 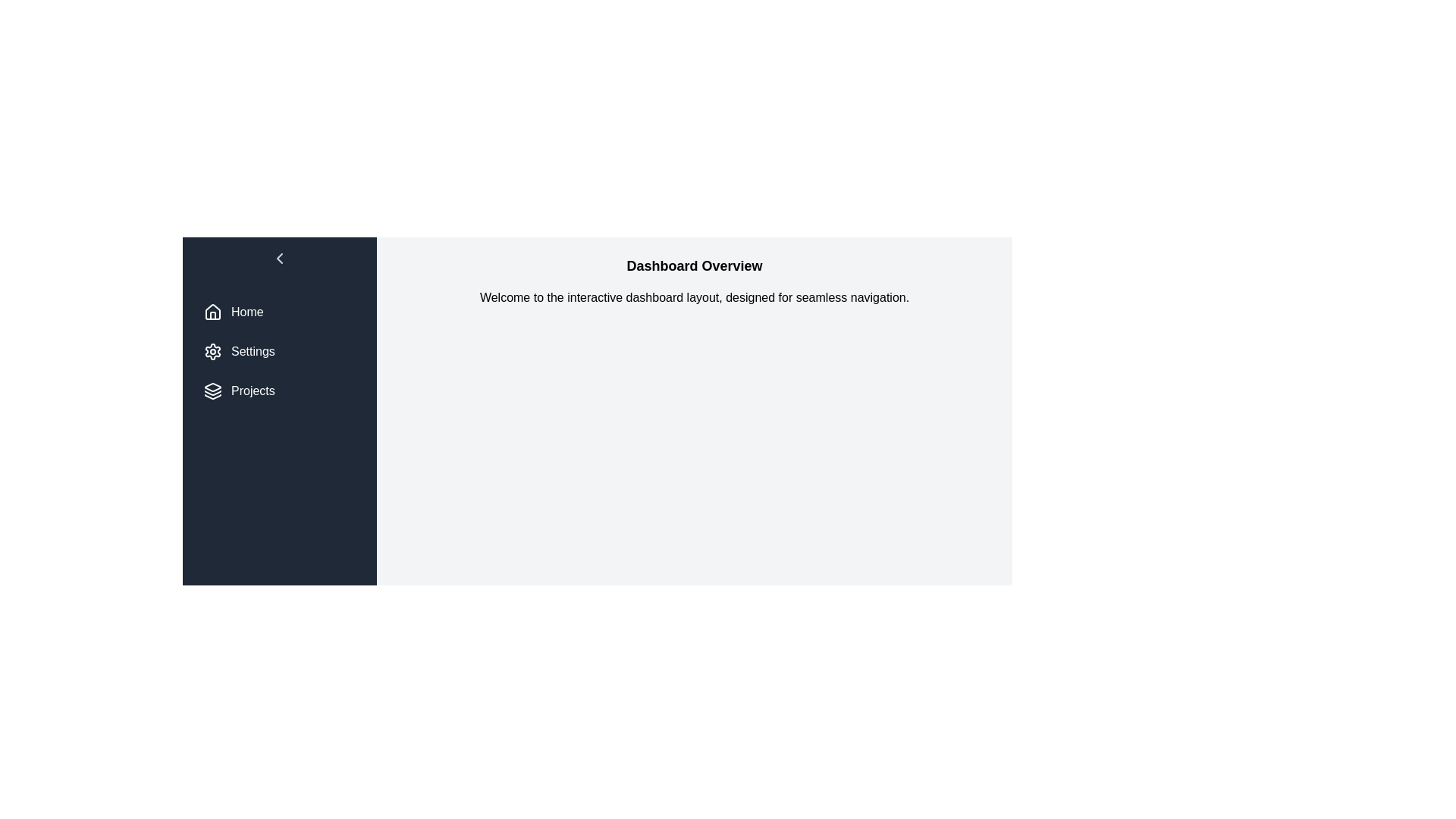 I want to click on the vertical rectangular segment of the vector graphic resembling the shape of a house, positioned within the home icon in the navigation panel, so click(x=212, y=315).